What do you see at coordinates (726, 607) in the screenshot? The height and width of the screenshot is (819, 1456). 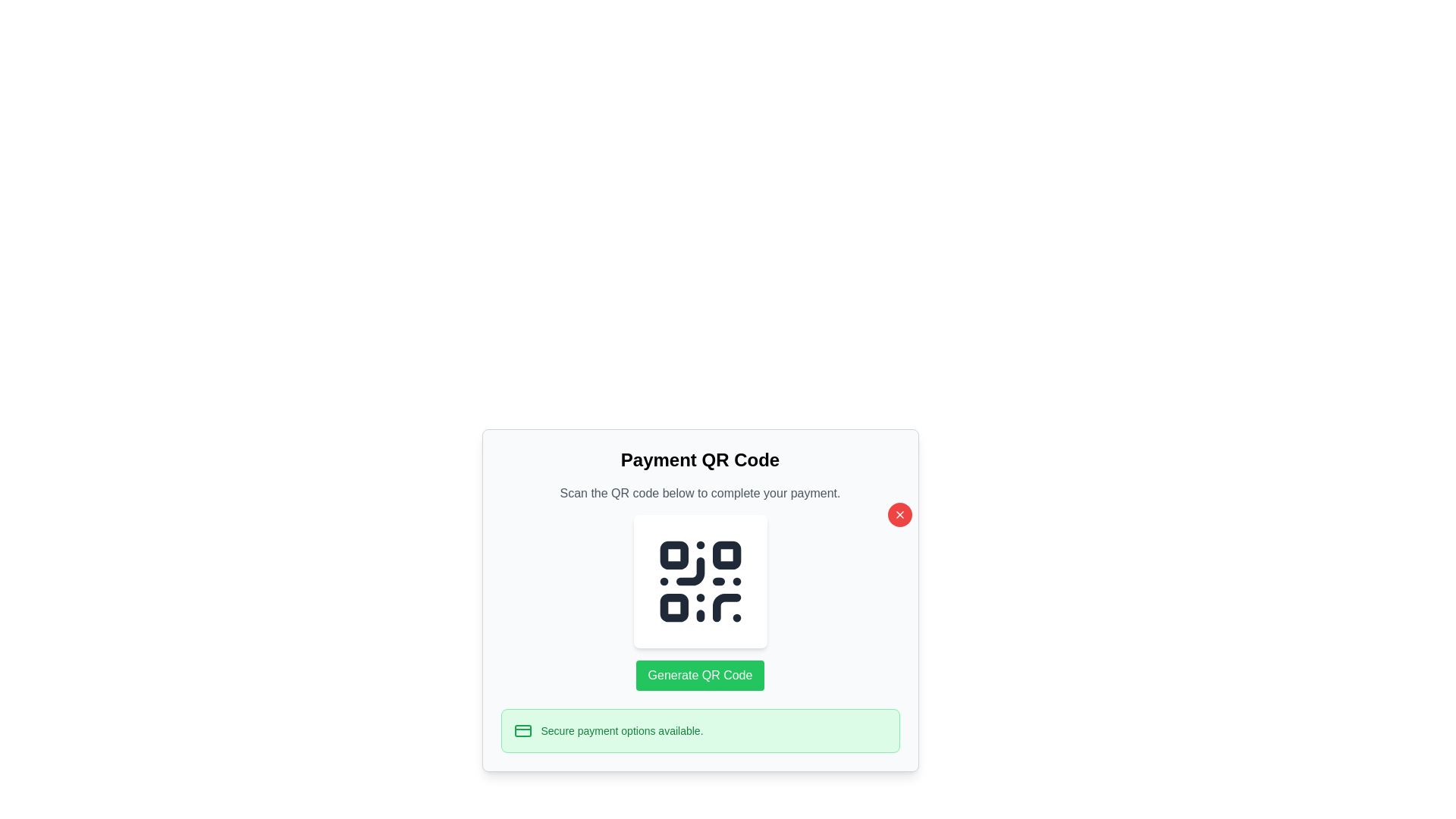 I see `the small curved line in the lower-right corner of the QR code displayed on the modal labeled 'Payment QR Code'` at bounding box center [726, 607].